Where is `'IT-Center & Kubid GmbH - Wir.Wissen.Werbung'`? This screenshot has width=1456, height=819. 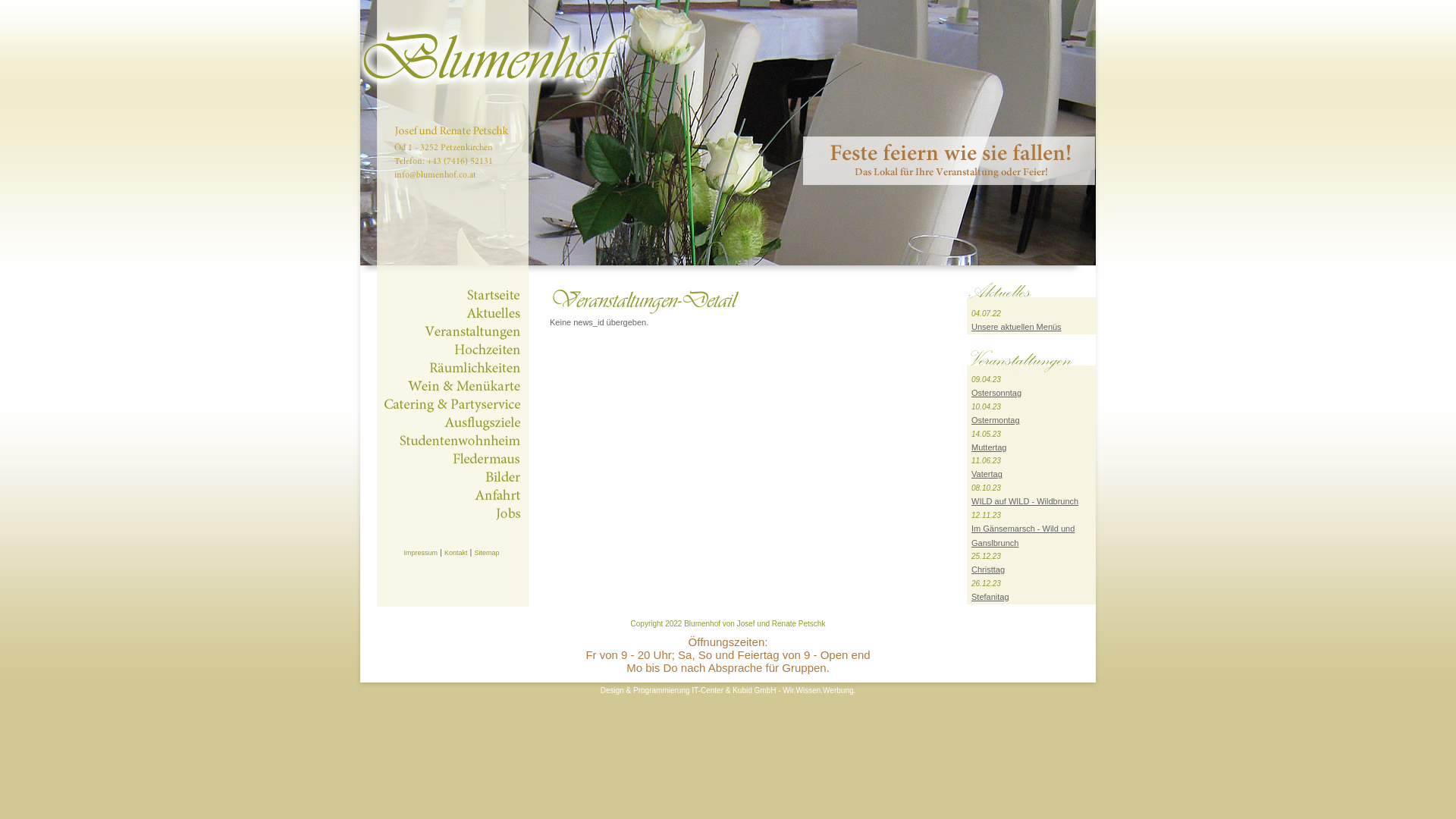 'IT-Center & Kubid GmbH - Wir.Wissen.Werbung' is located at coordinates (772, 690).